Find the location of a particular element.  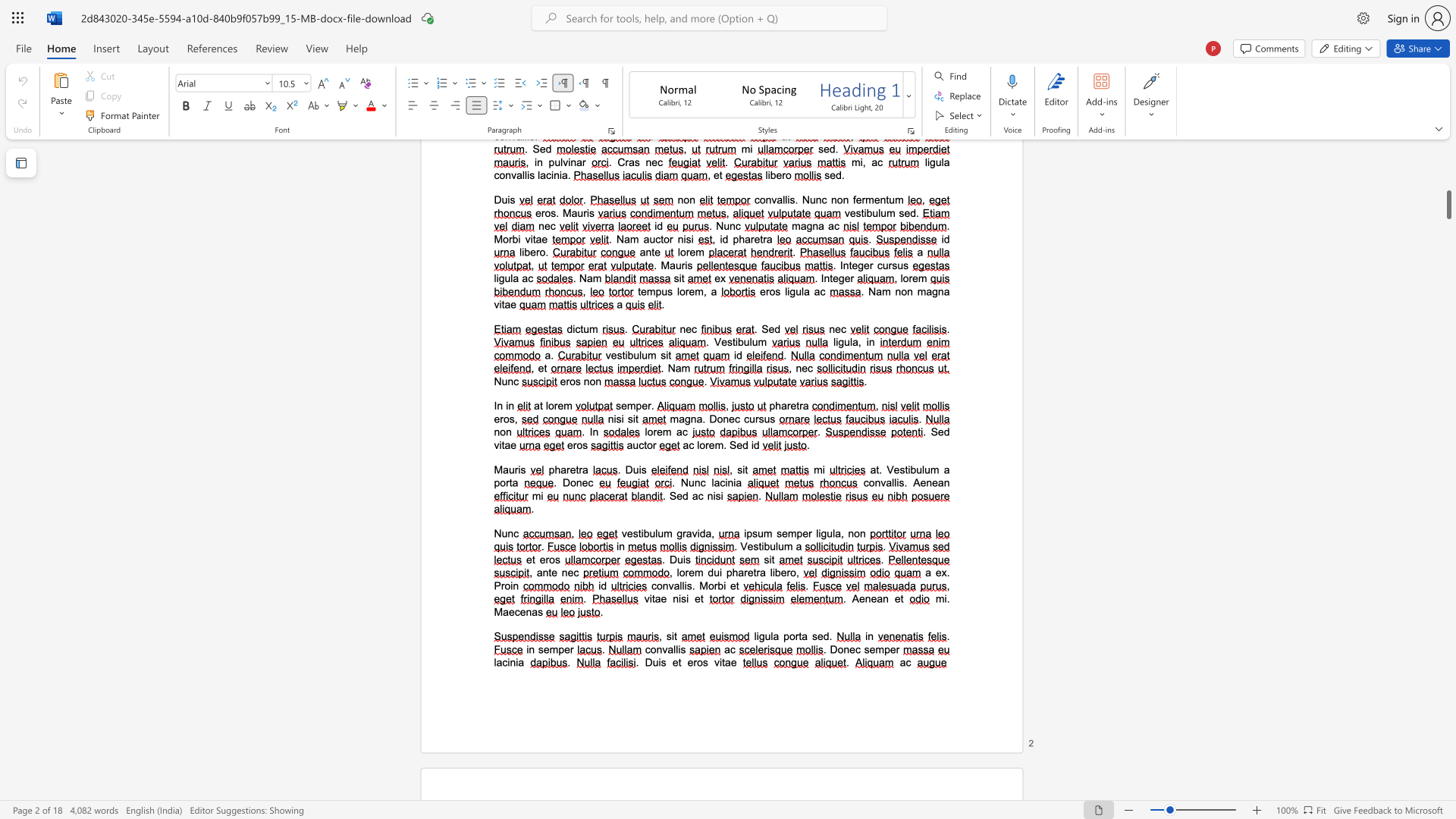

the 1th character "a" in the text is located at coordinates (798, 546).